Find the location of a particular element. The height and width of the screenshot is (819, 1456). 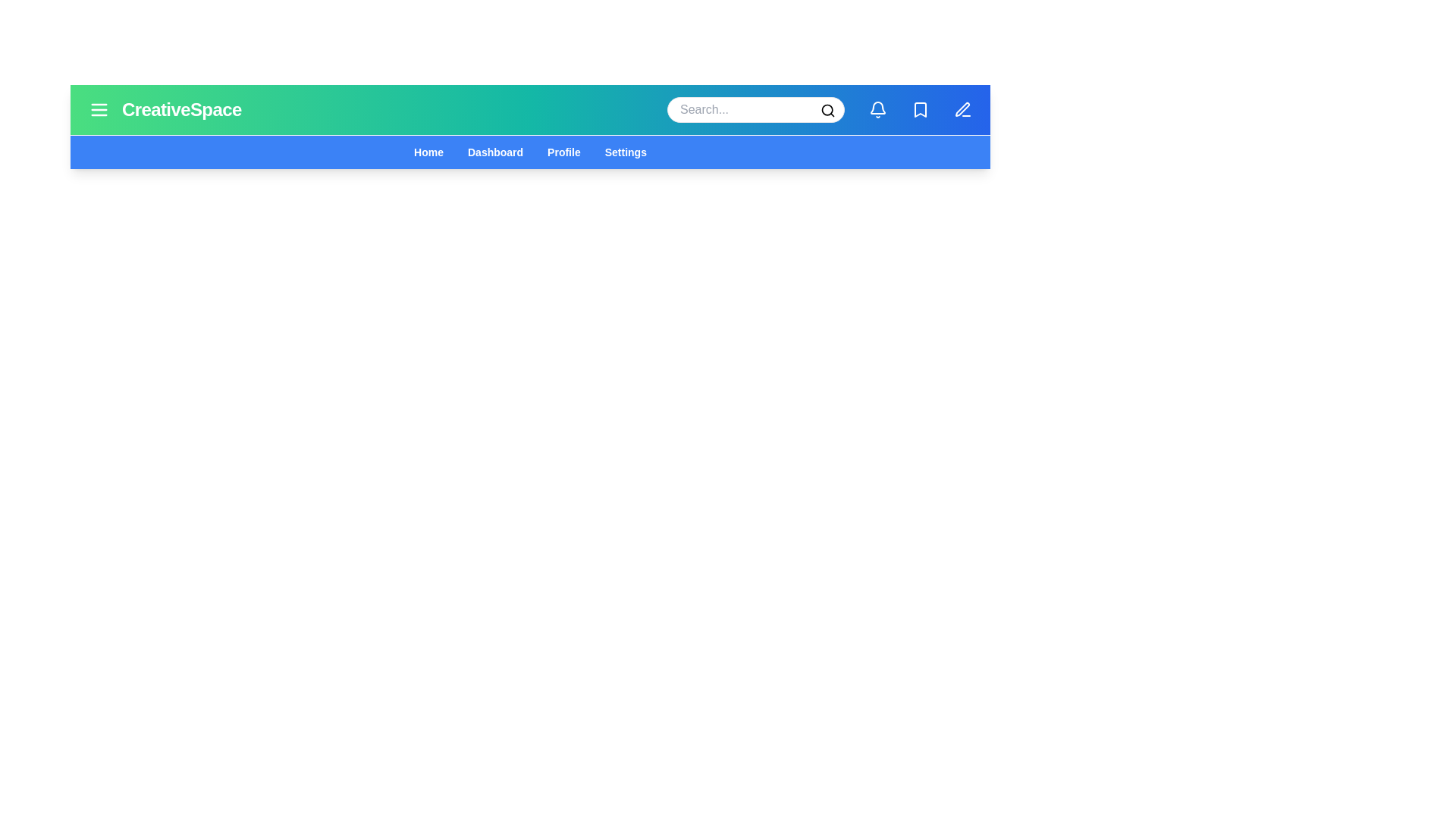

the navigation menu item Dashboard is located at coordinates (495, 152).